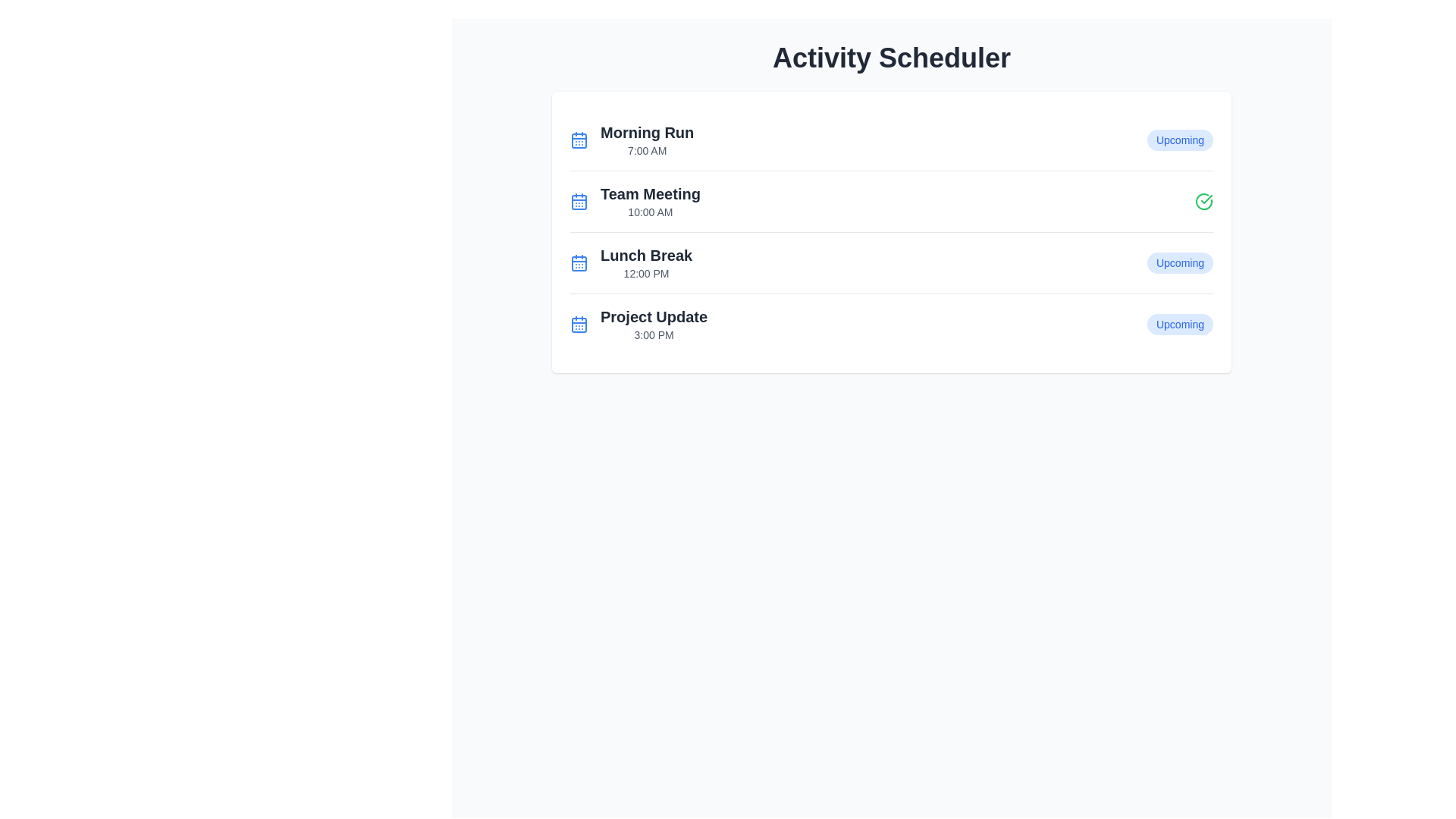  I want to click on the second event in the schedule list, titled 'Team Meeting', so click(635, 201).